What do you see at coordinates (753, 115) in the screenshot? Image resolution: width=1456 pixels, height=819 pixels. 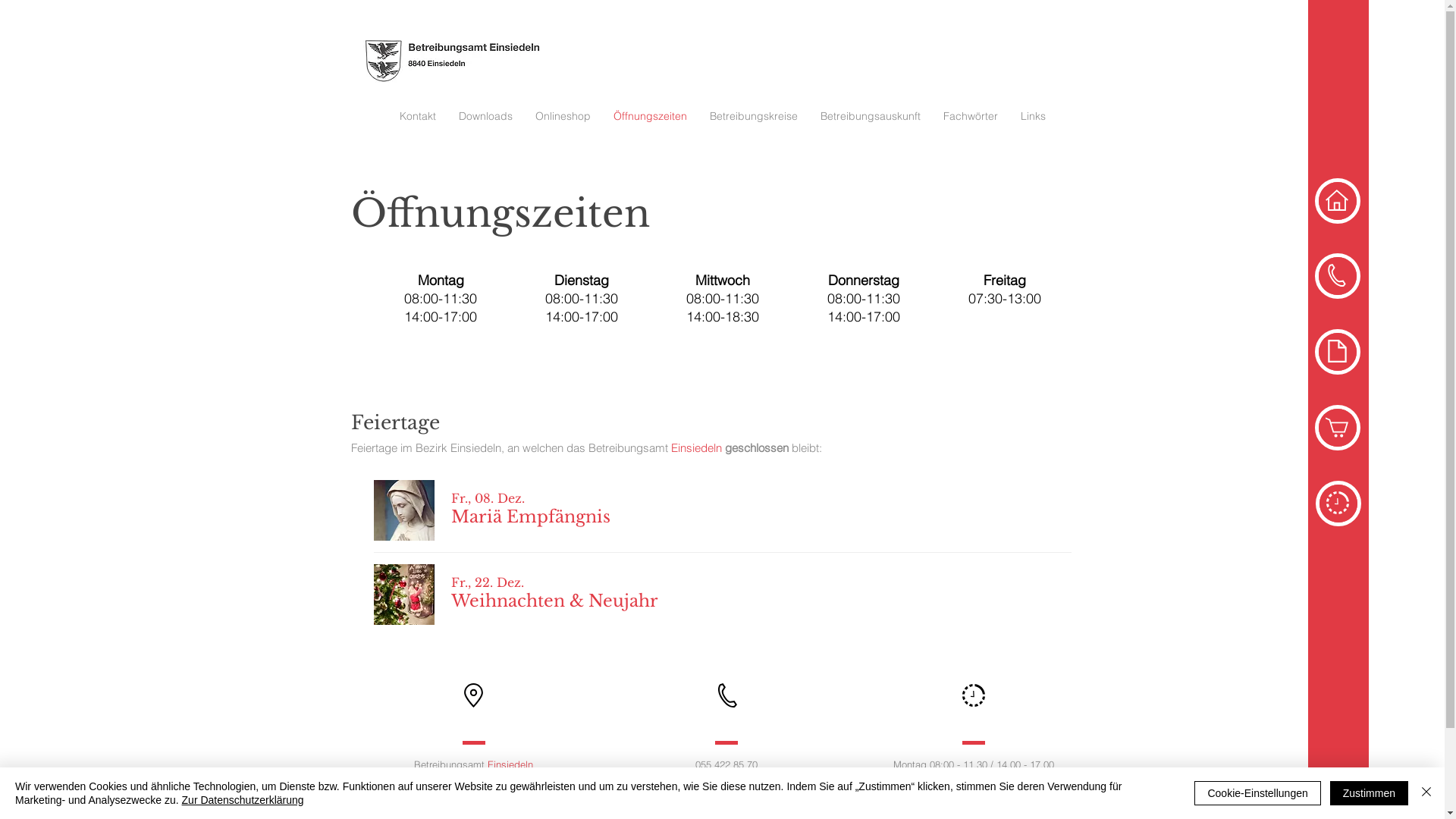 I see `'Betreibungskreise'` at bounding box center [753, 115].